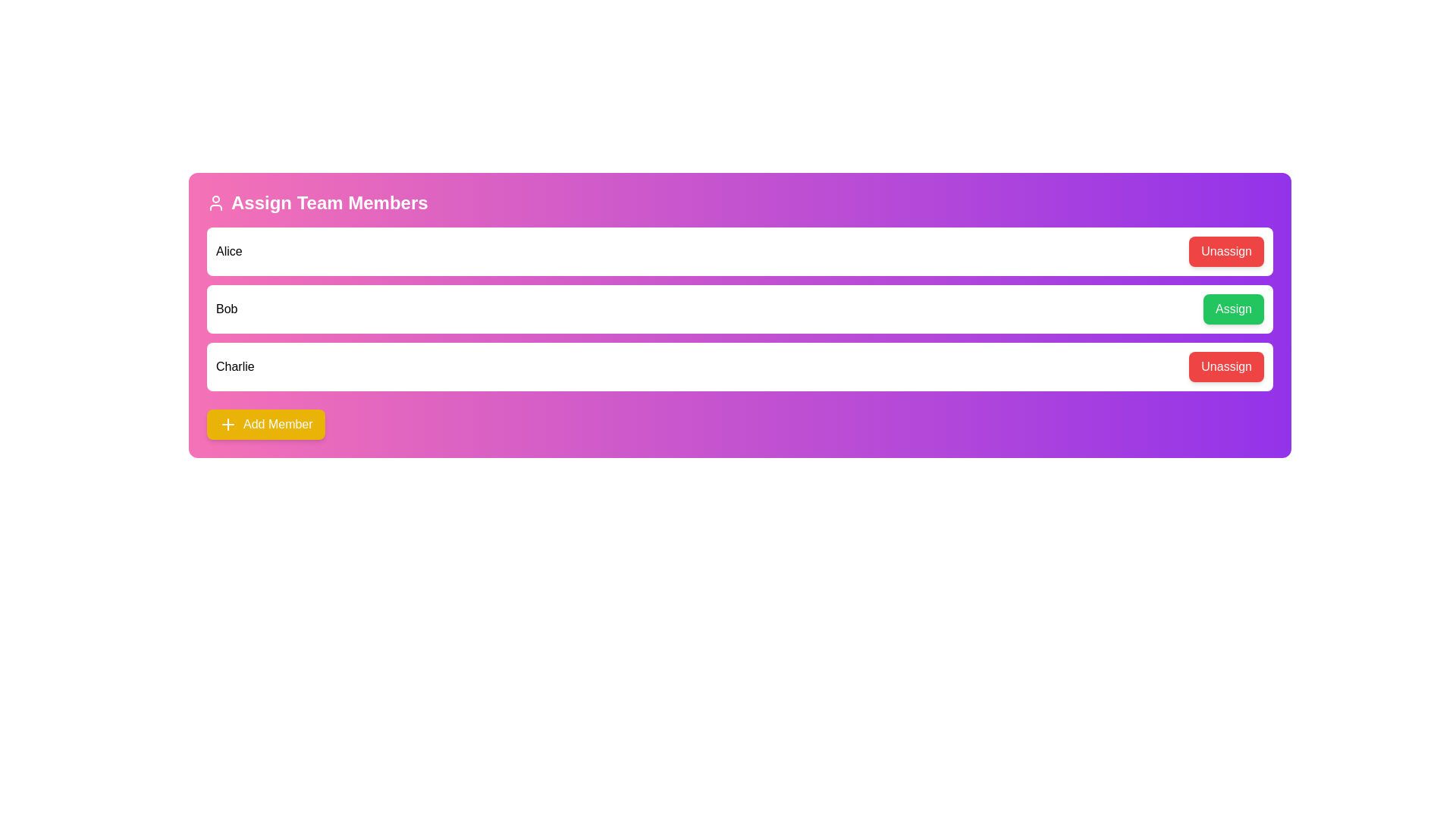 The height and width of the screenshot is (819, 1456). What do you see at coordinates (1234, 309) in the screenshot?
I see `the green 'Assign' button with rounded corners located to the right of the text 'Bob' in the second row of the team member list to assign the task` at bounding box center [1234, 309].